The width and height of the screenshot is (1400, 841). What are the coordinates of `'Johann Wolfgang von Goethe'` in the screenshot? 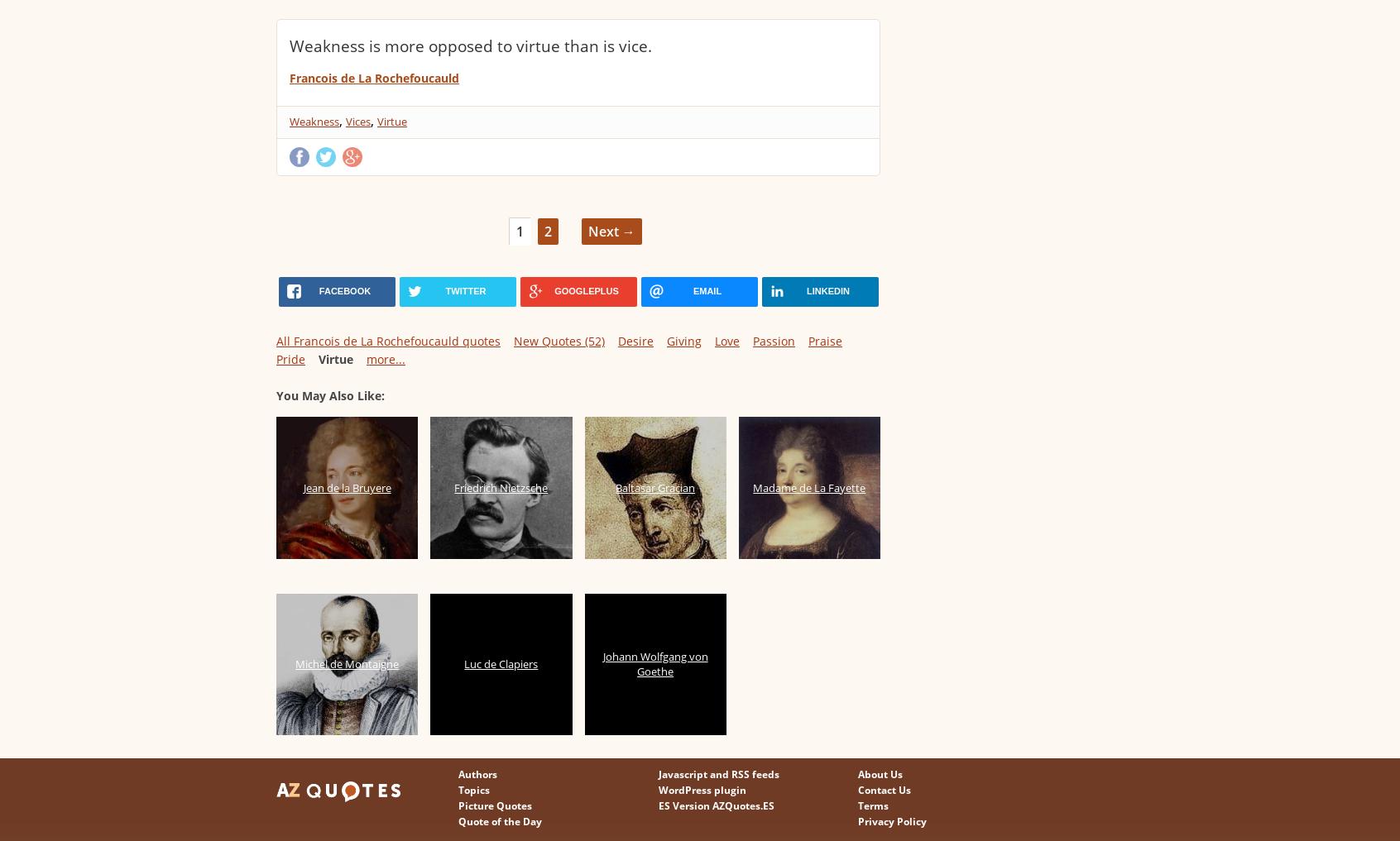 It's located at (654, 663).